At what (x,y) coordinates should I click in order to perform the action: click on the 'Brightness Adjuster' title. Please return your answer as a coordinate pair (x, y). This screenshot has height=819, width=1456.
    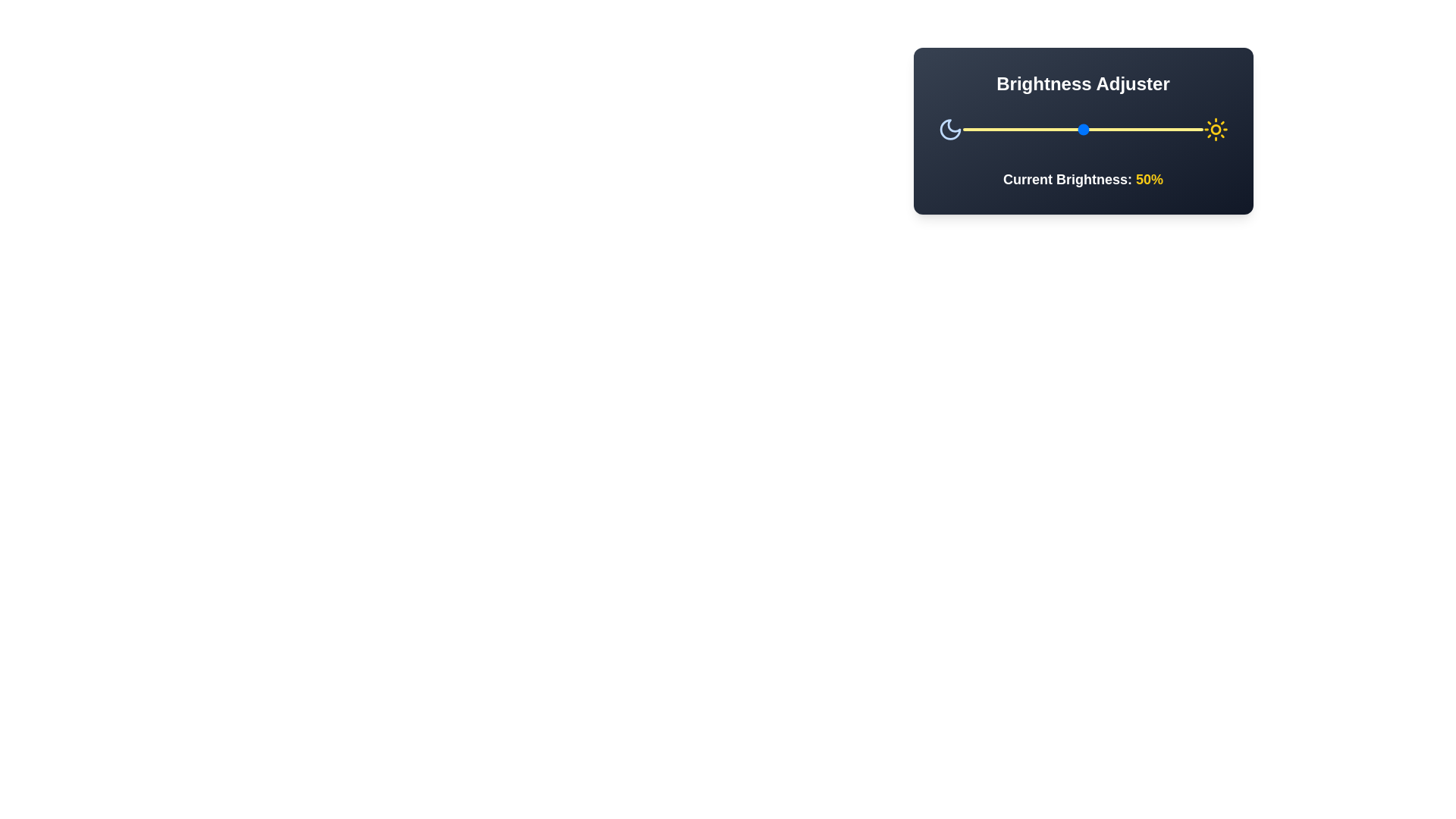
    Looking at the image, I should click on (1082, 84).